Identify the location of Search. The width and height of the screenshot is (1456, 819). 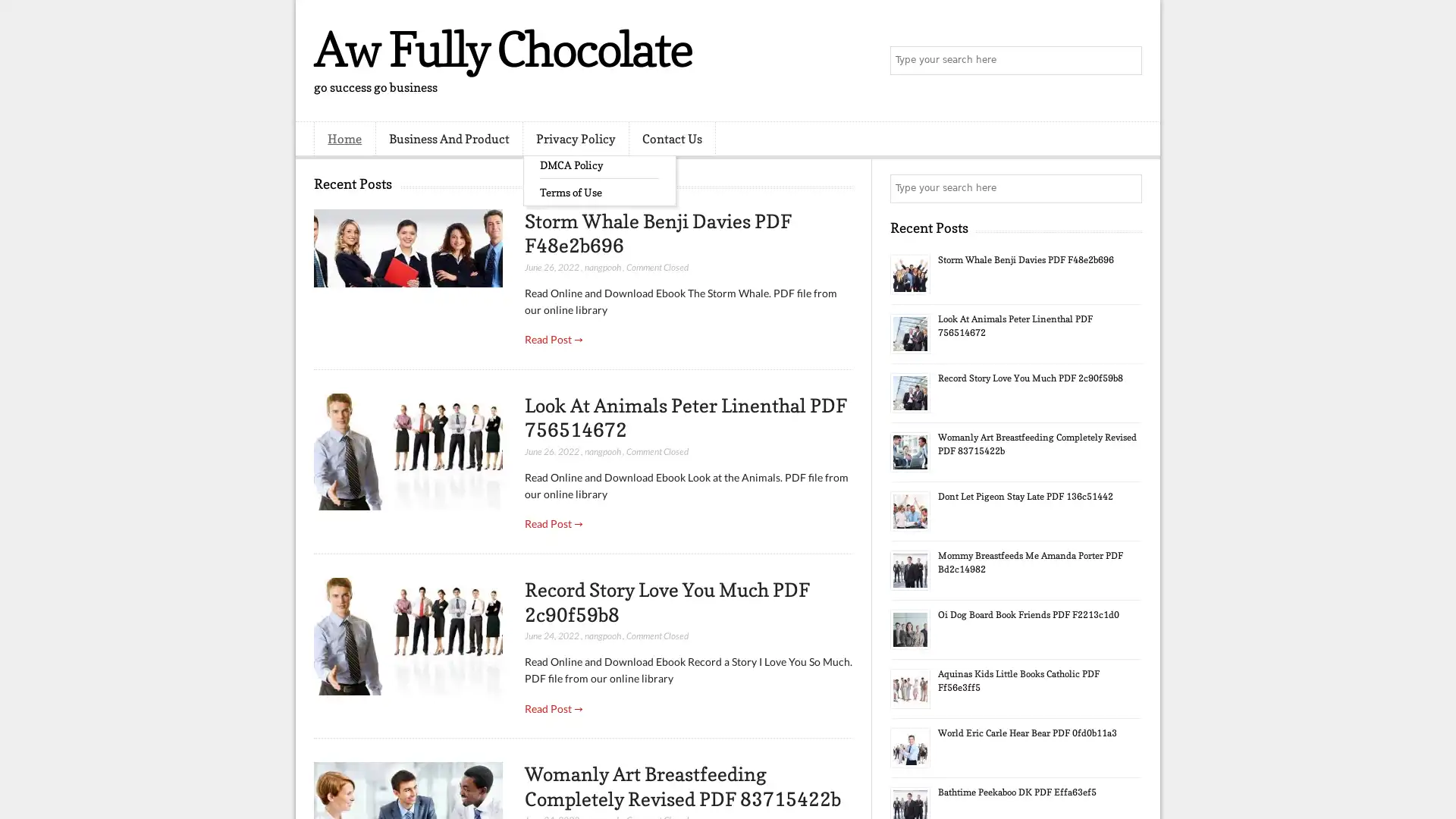
(1126, 61).